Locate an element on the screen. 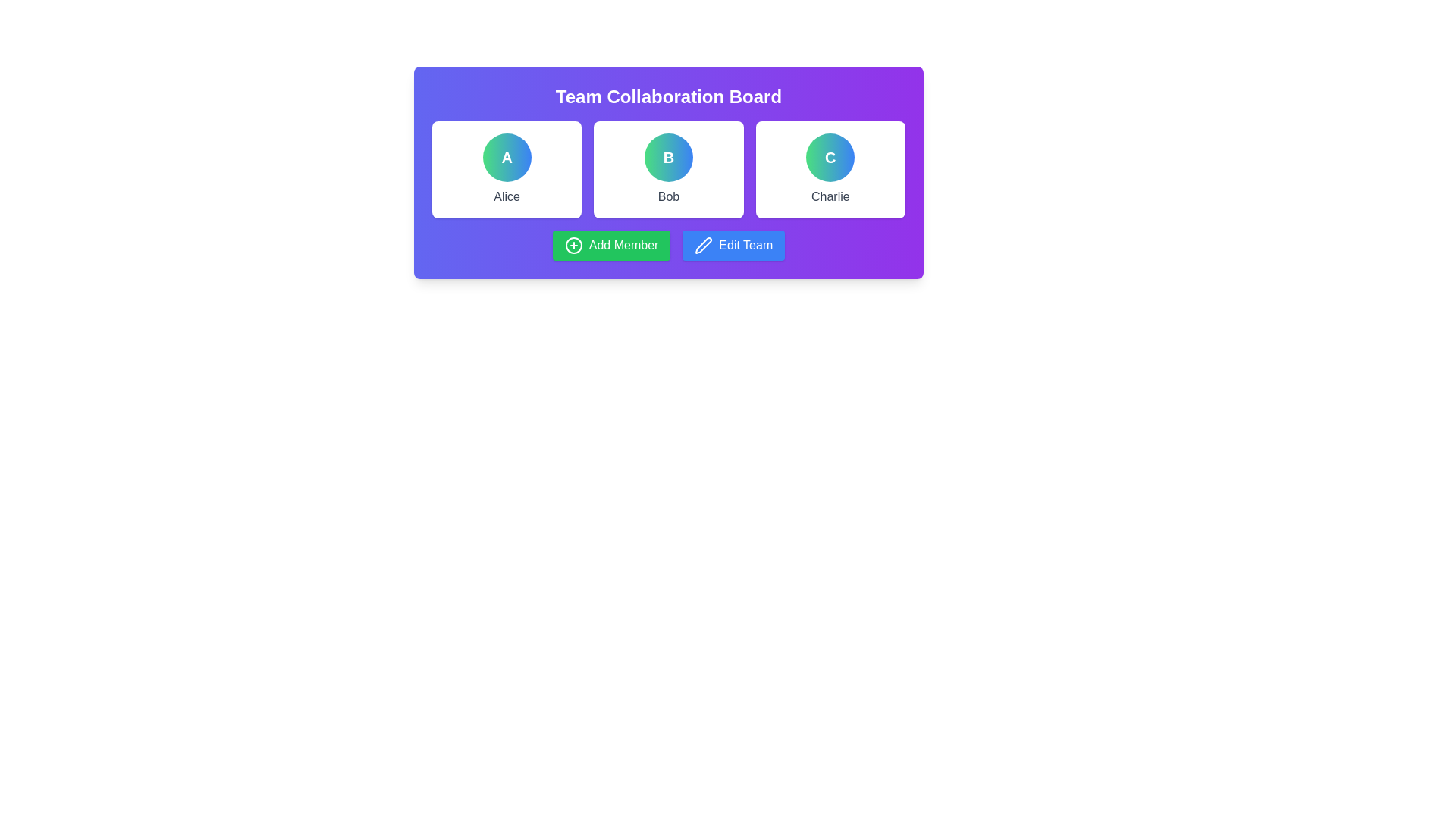 The image size is (1456, 819). the central card representing 'Bob' in the team collaboration interface, which is located between 'Alice' and 'Charlie' is located at coordinates (668, 169).